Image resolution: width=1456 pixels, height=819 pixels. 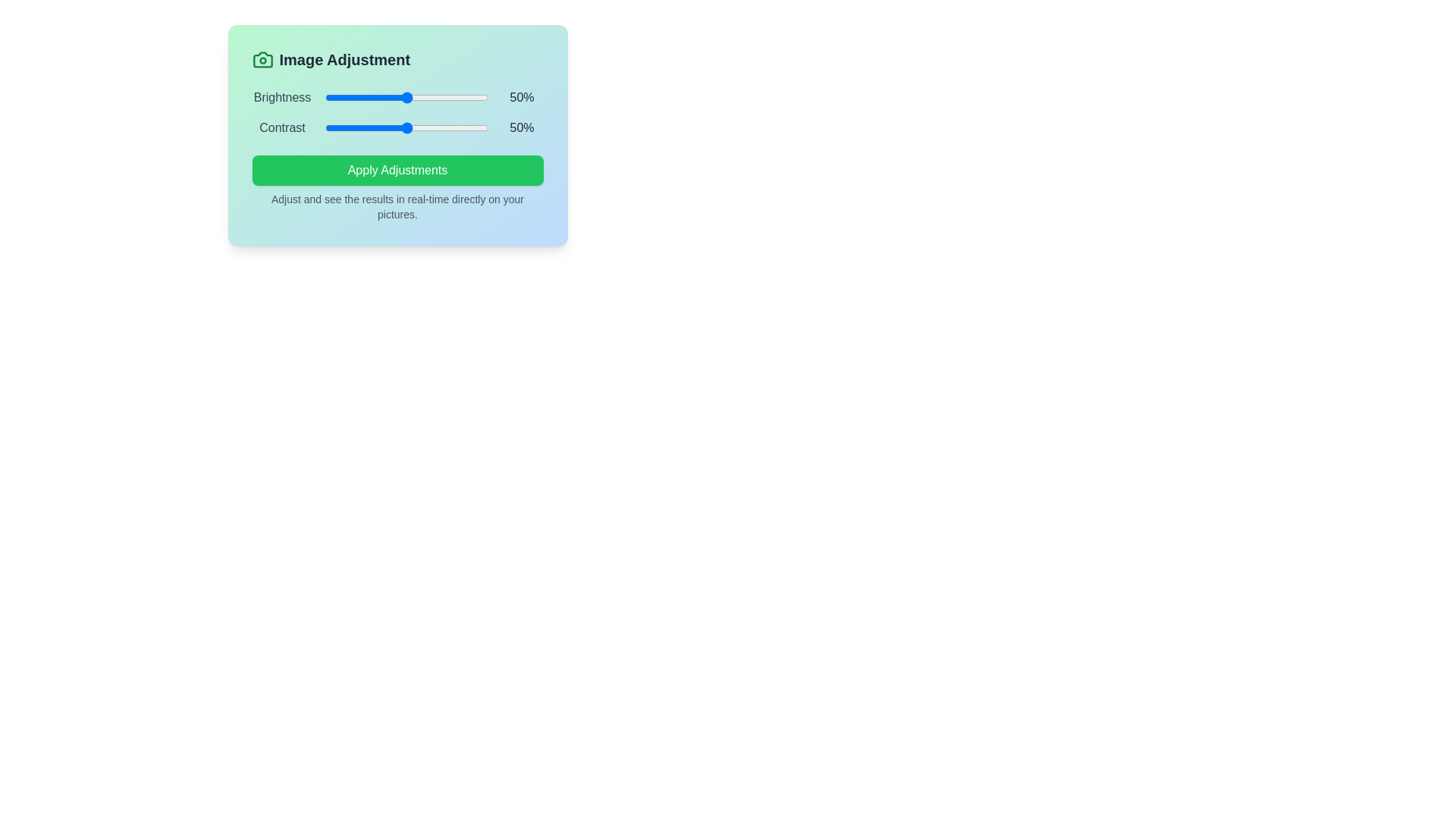 I want to click on the brightness slider to 4%, so click(x=331, y=97).